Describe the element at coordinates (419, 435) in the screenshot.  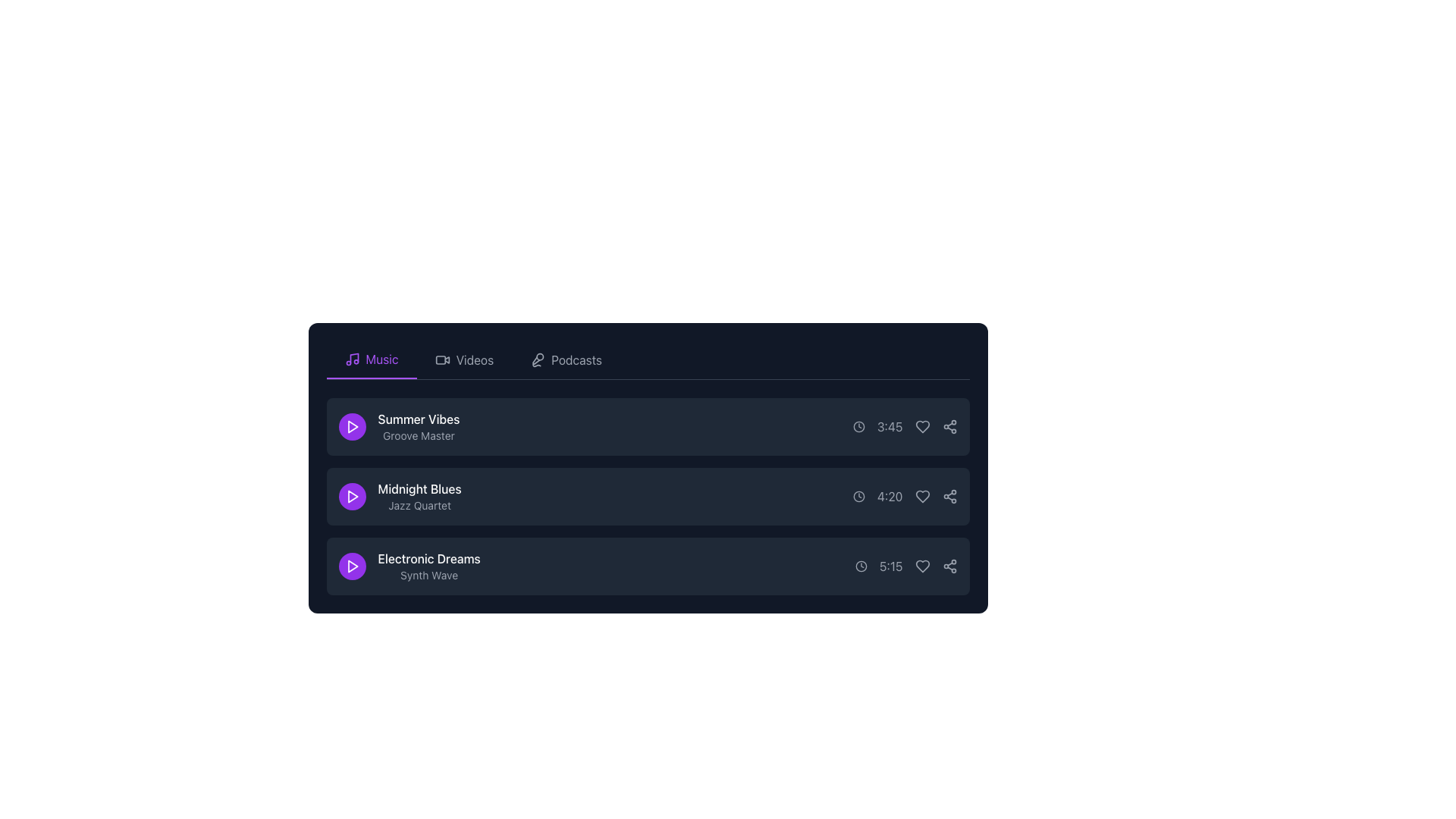
I see `text label located directly below the 'Summer Vibes' text, which represents the artist or genre associated with this music item` at that location.